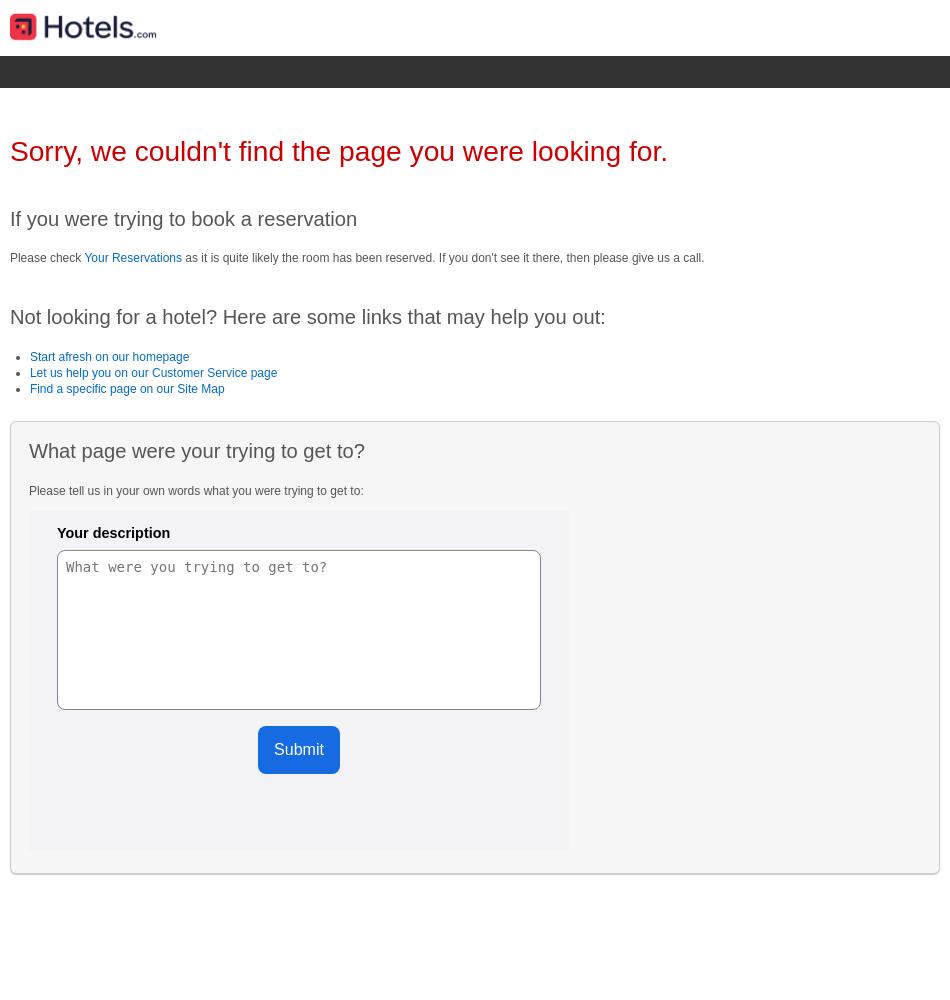  Describe the element at coordinates (306, 316) in the screenshot. I see `'Not looking for a hotel? Here are some links that may help you out:'` at that location.